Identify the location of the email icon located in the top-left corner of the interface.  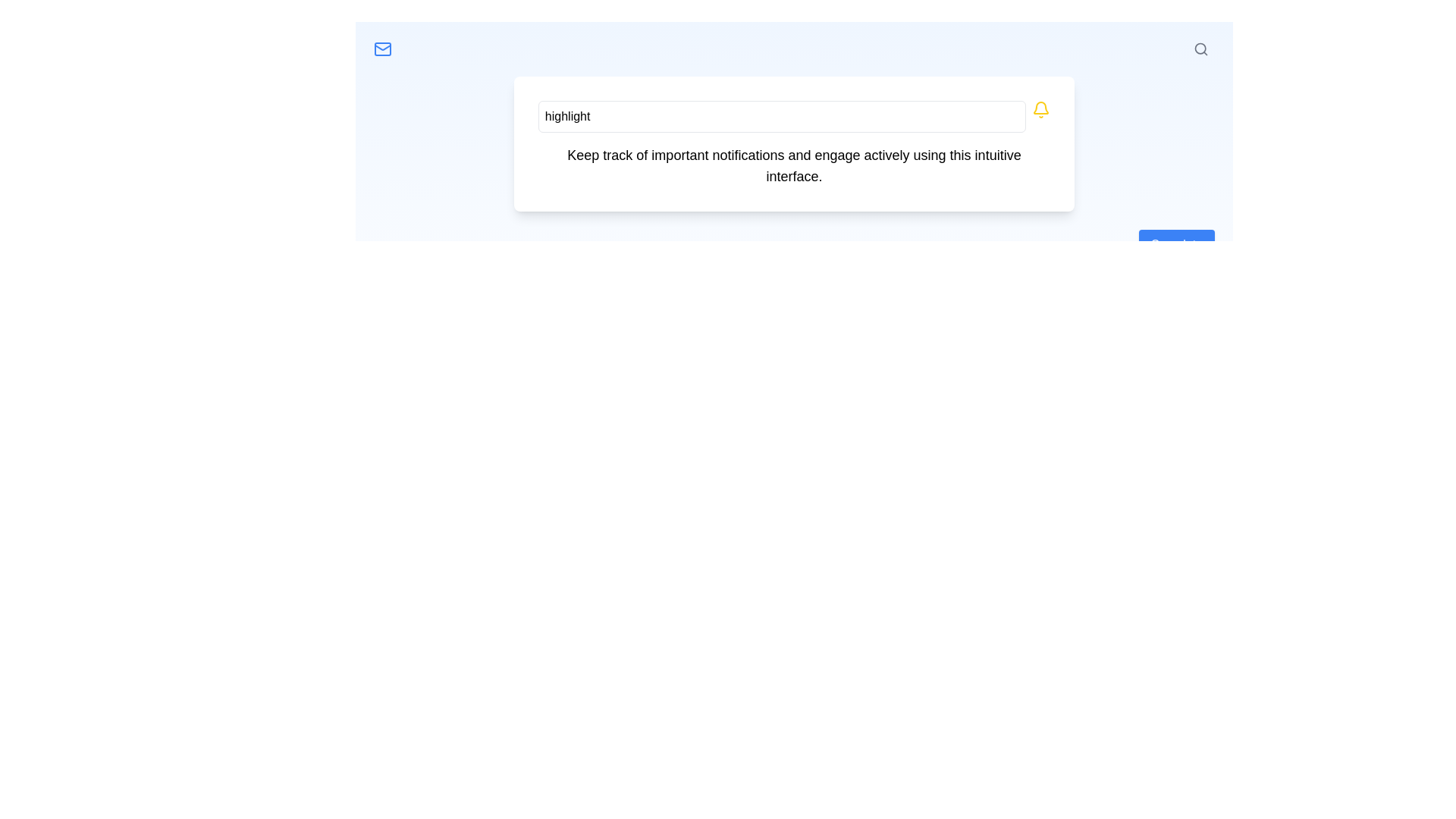
(382, 49).